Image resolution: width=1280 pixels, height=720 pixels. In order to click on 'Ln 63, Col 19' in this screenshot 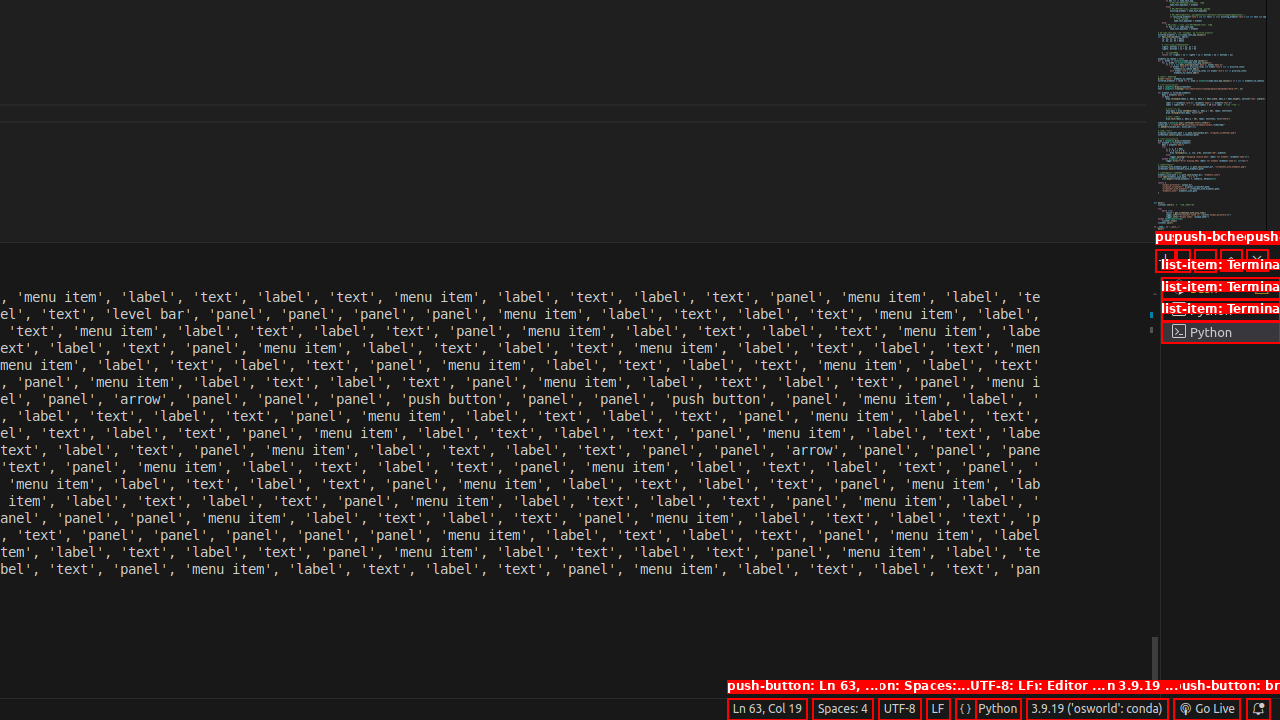, I will do `click(765, 707)`.